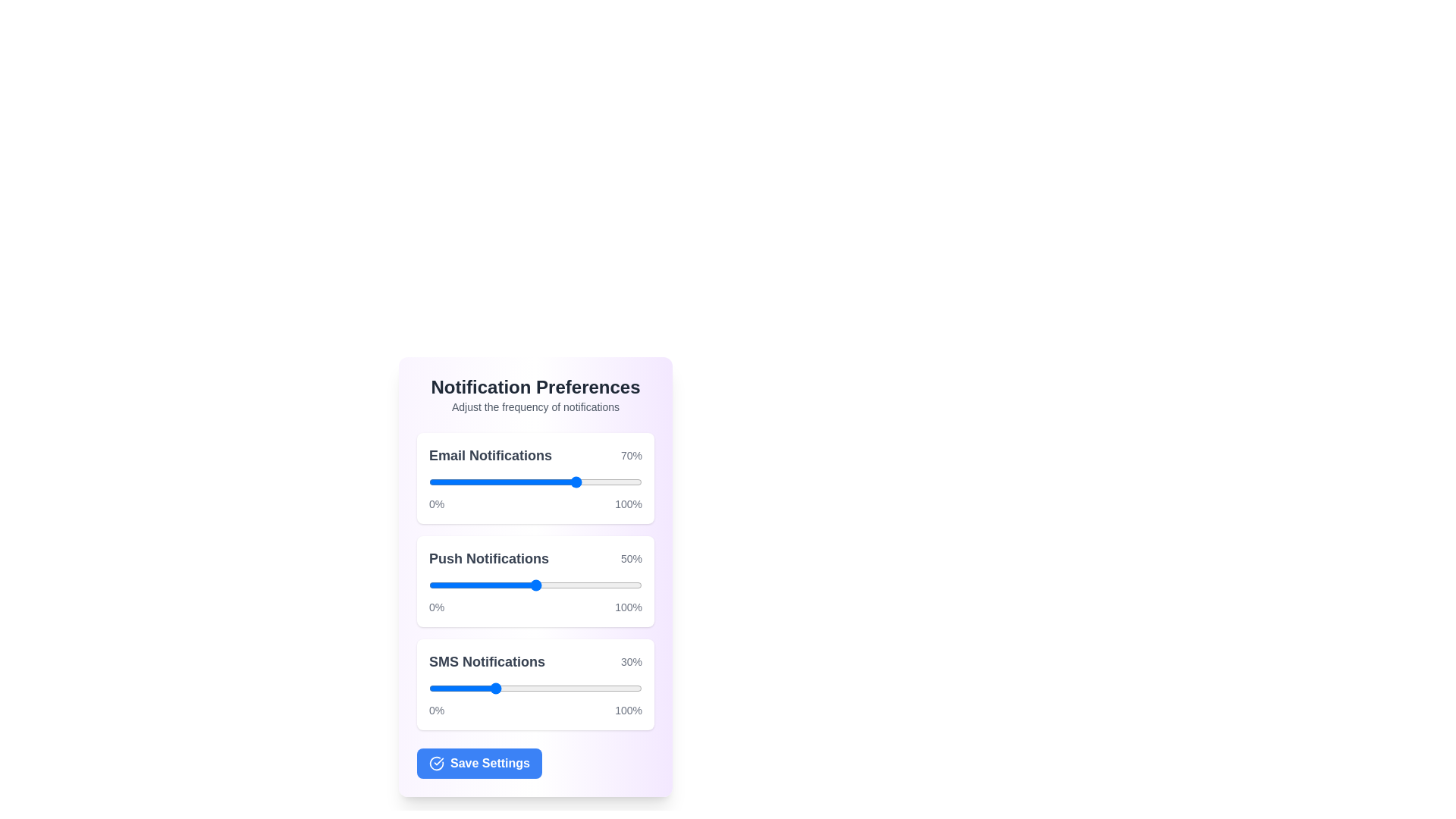 The width and height of the screenshot is (1456, 819). Describe the element at coordinates (535, 455) in the screenshot. I see `the 'Email Notifications' text label element, which displays the text in a bold font and shows a percentage value of '70%' to its right, located near the top of the 'Notification Preferences' section` at that location.